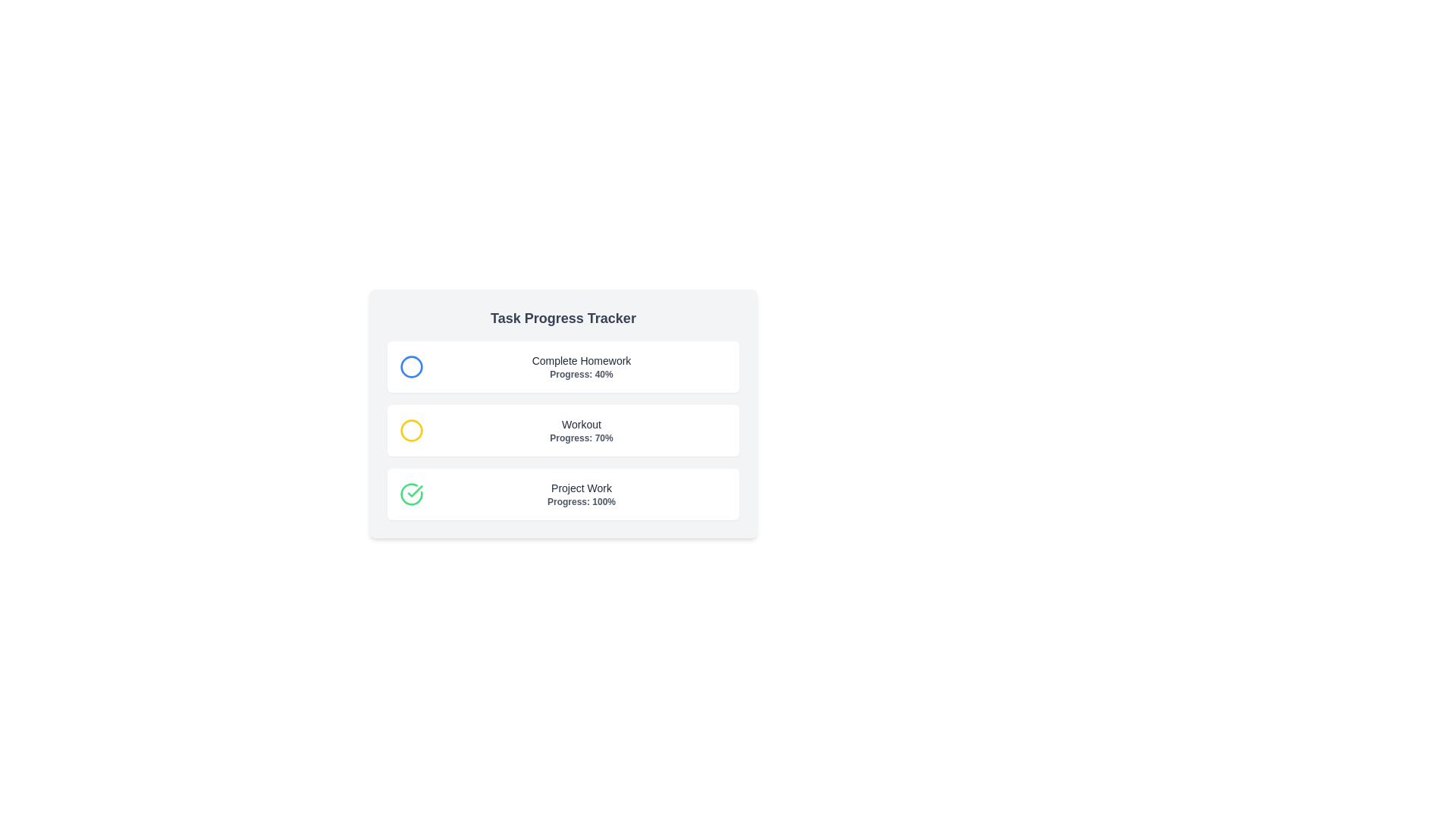 The width and height of the screenshot is (1456, 819). I want to click on displayed text from the progress indicator of the 'Project Work' task, which is centered within a rectangular card at the bottom of the list of cards, so click(581, 494).